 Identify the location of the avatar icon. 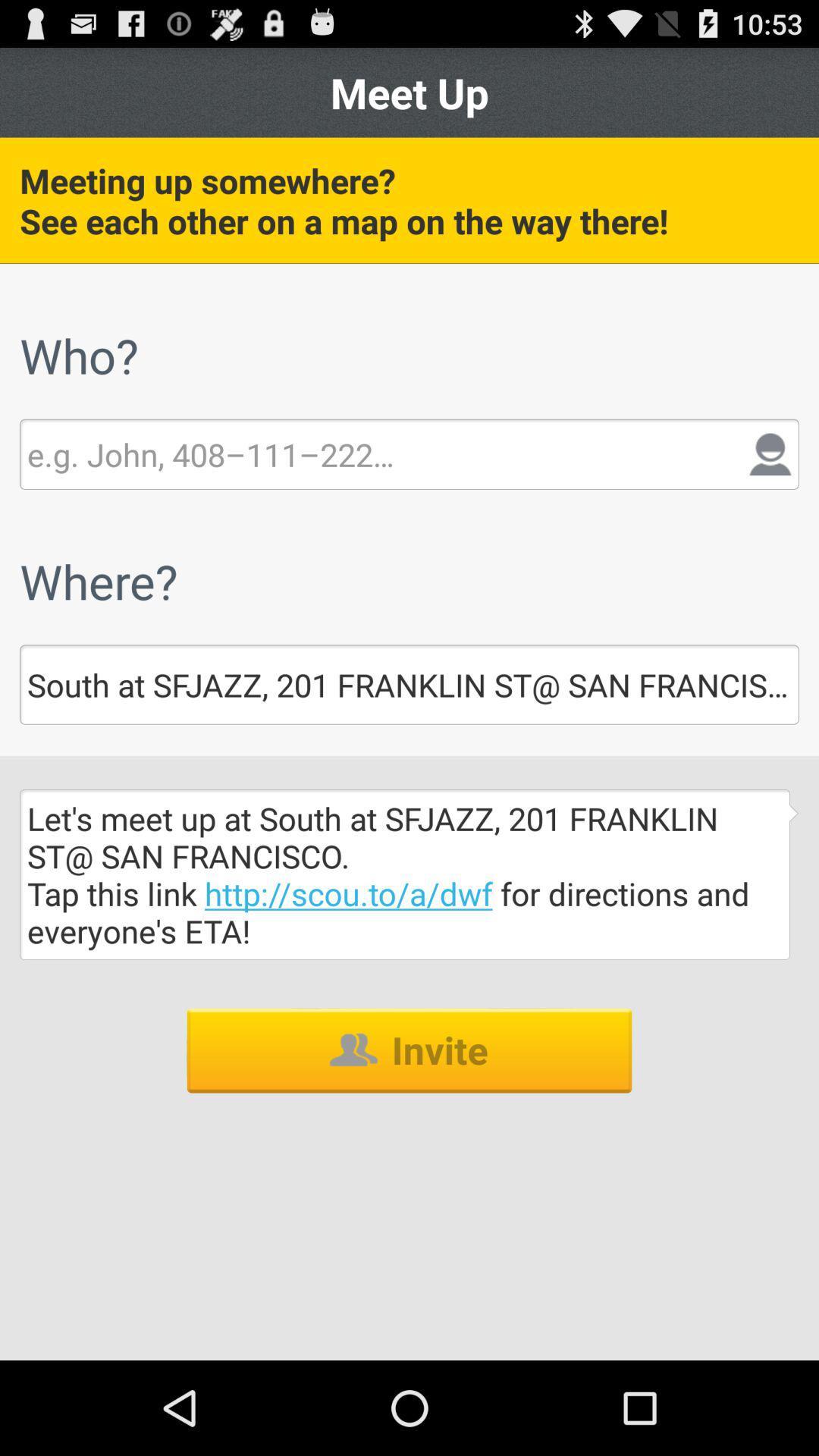
(770, 486).